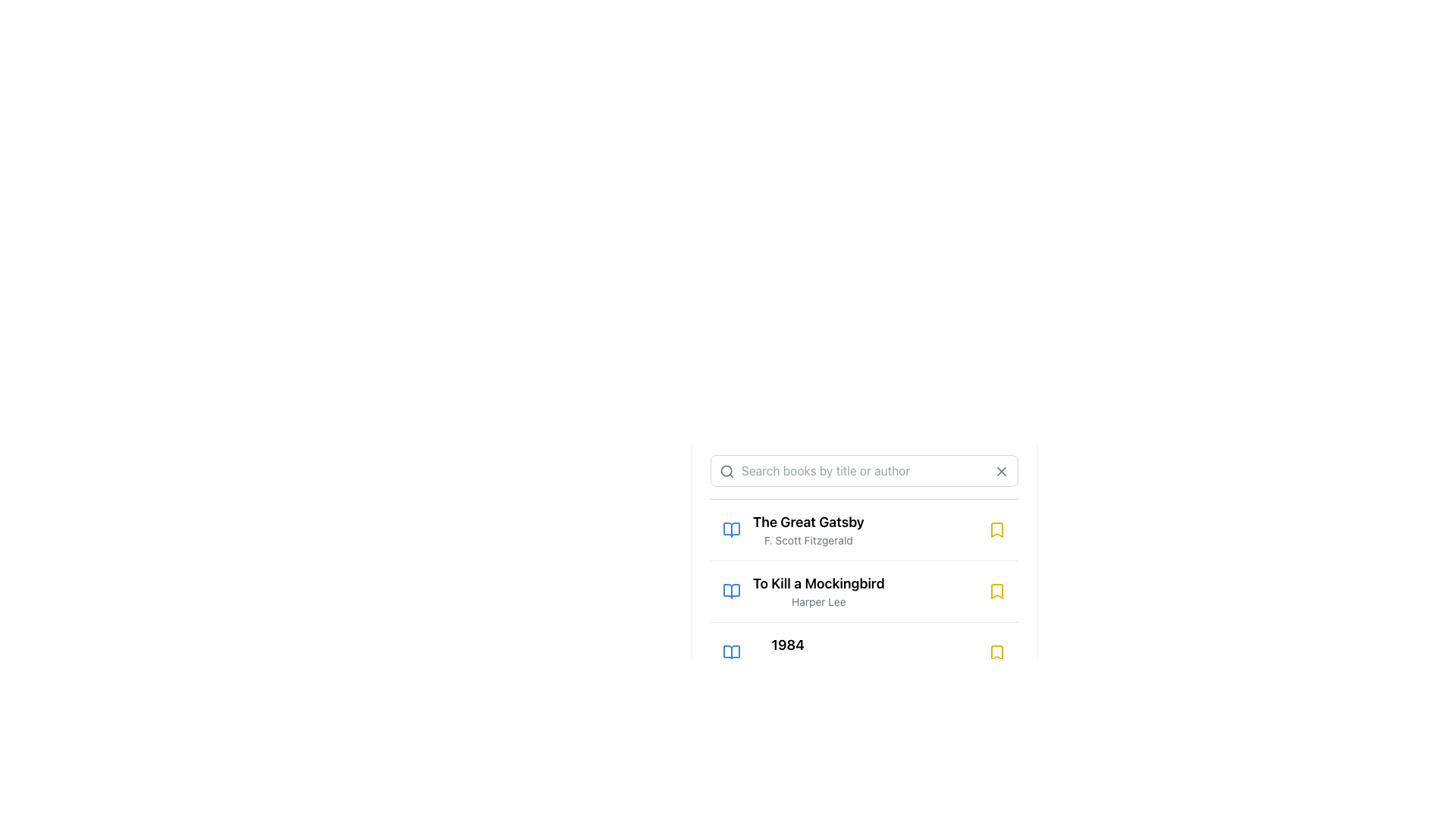  Describe the element at coordinates (997, 651) in the screenshot. I see `the Bookmark icon located to the far right of the entry for the book '1984' by George Orwell` at that location.